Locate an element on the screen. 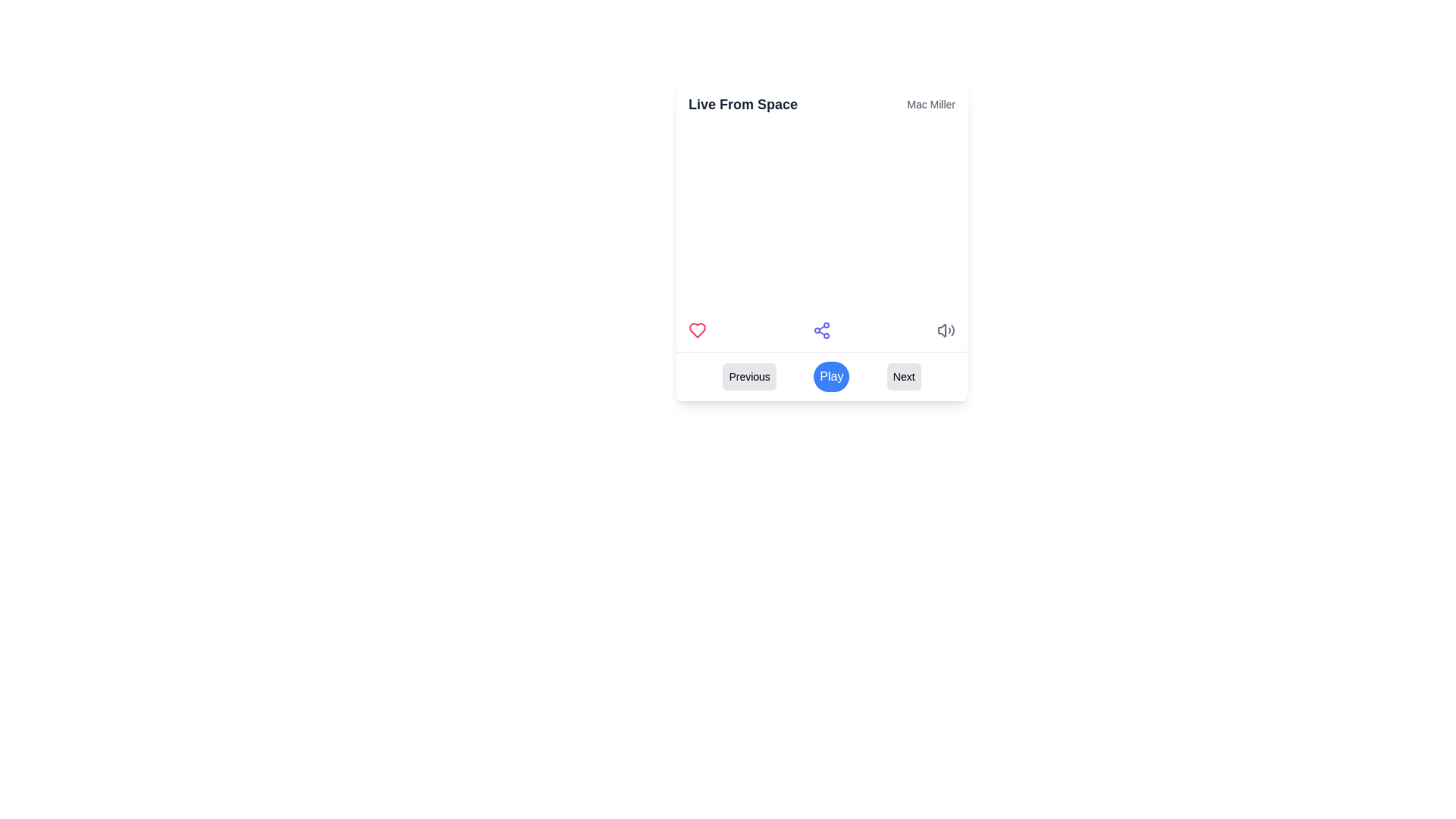 The image size is (1456, 819). the play control button located in the middle of the horizontal button group at the bottom of the interface is located at coordinates (830, 376).